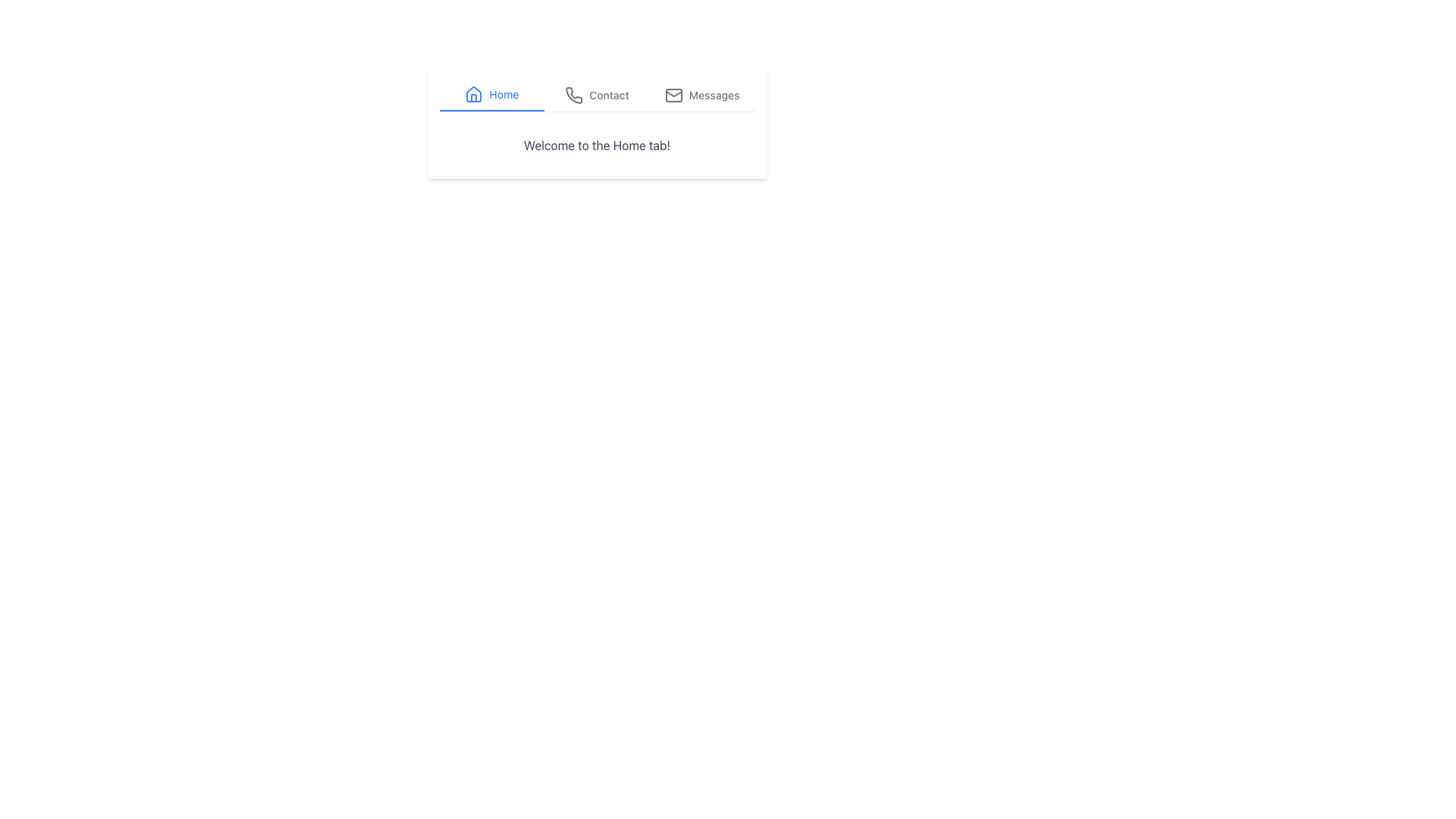 Image resolution: width=1456 pixels, height=819 pixels. I want to click on the 'Home' navigation tab button, which is the first item among three tabs, styled with a blue underline and blue text, containing a house icon to the left of the text, so click(491, 96).